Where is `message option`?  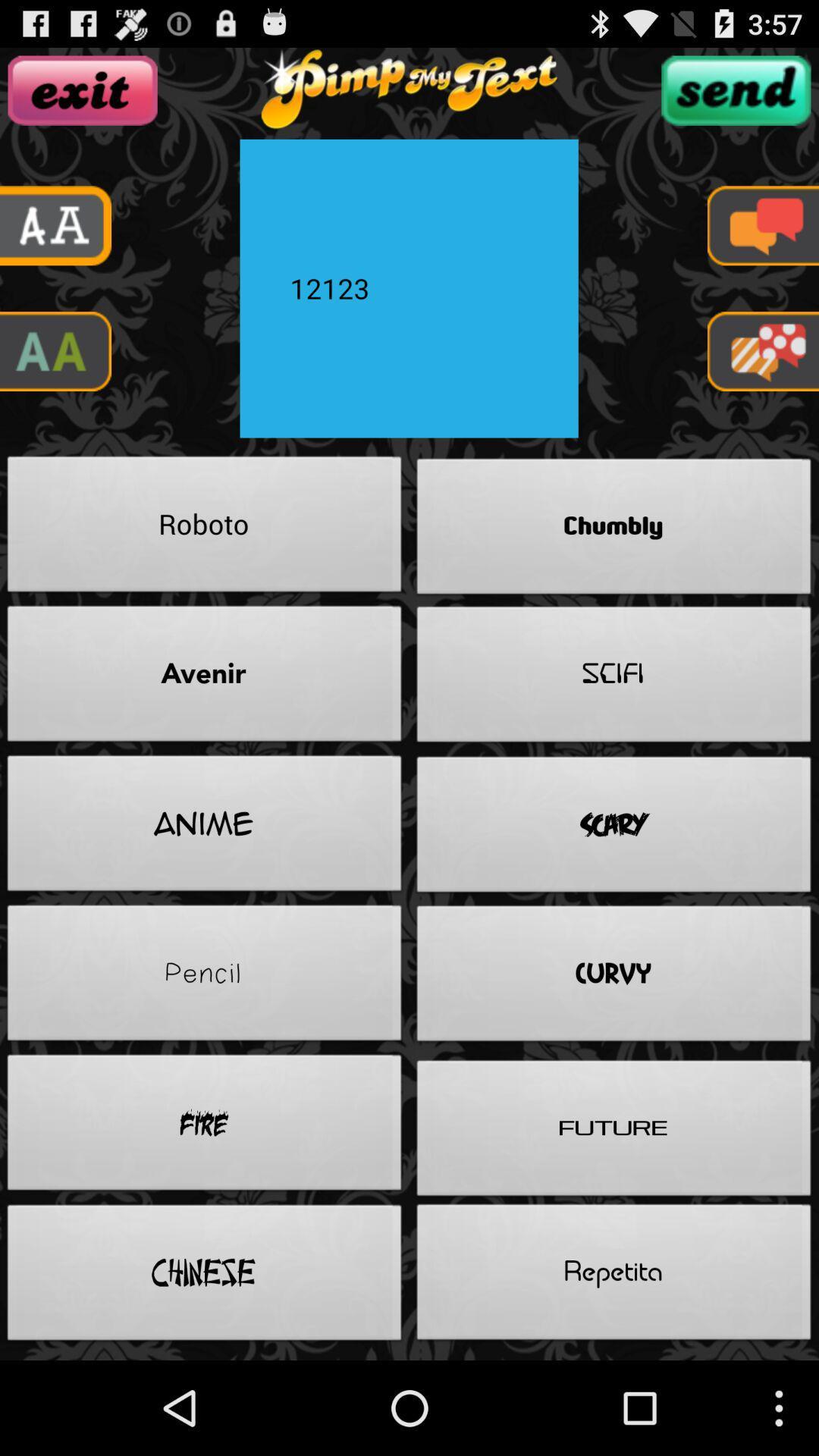 message option is located at coordinates (763, 350).